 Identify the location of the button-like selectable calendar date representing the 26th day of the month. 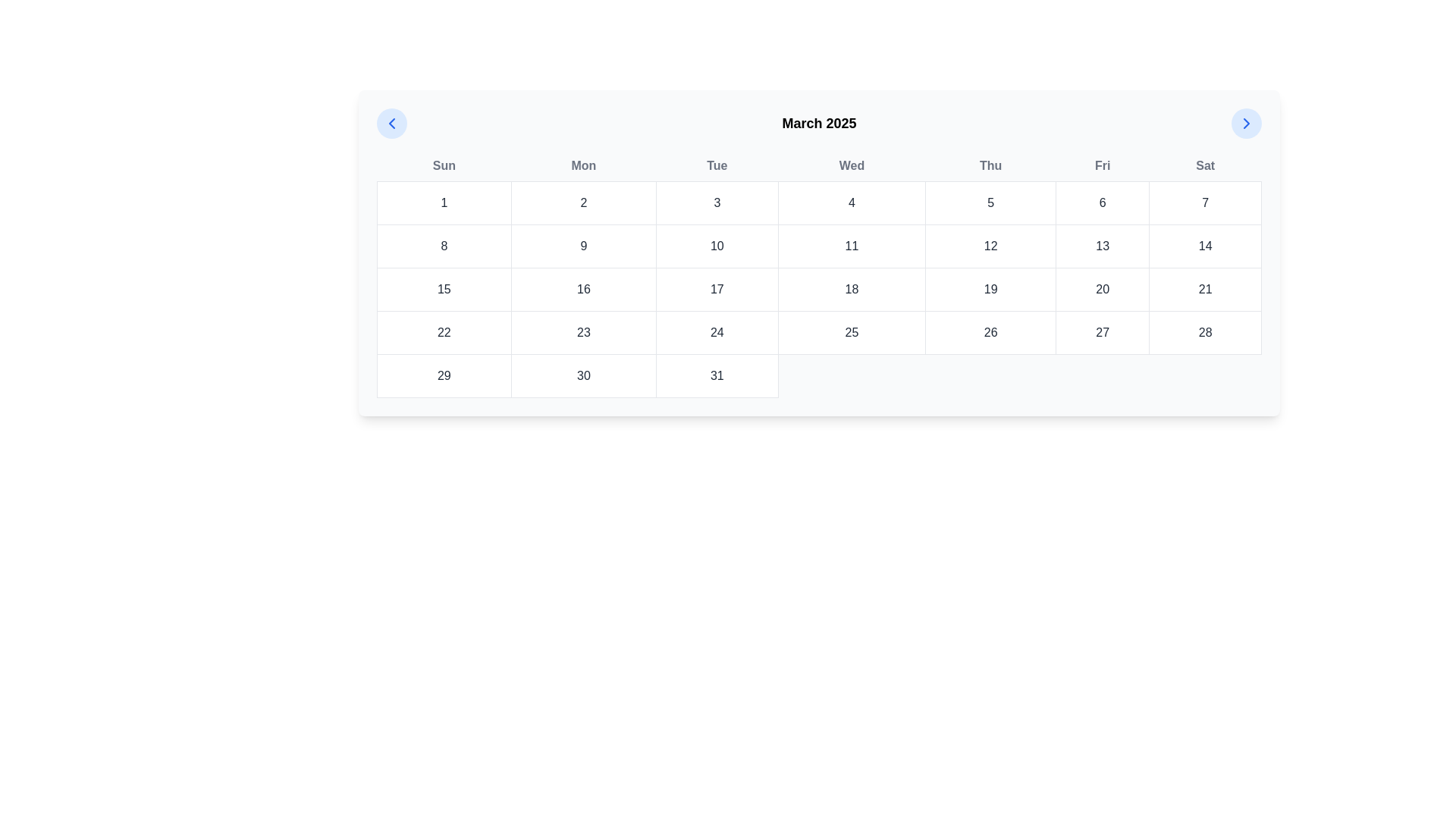
(990, 332).